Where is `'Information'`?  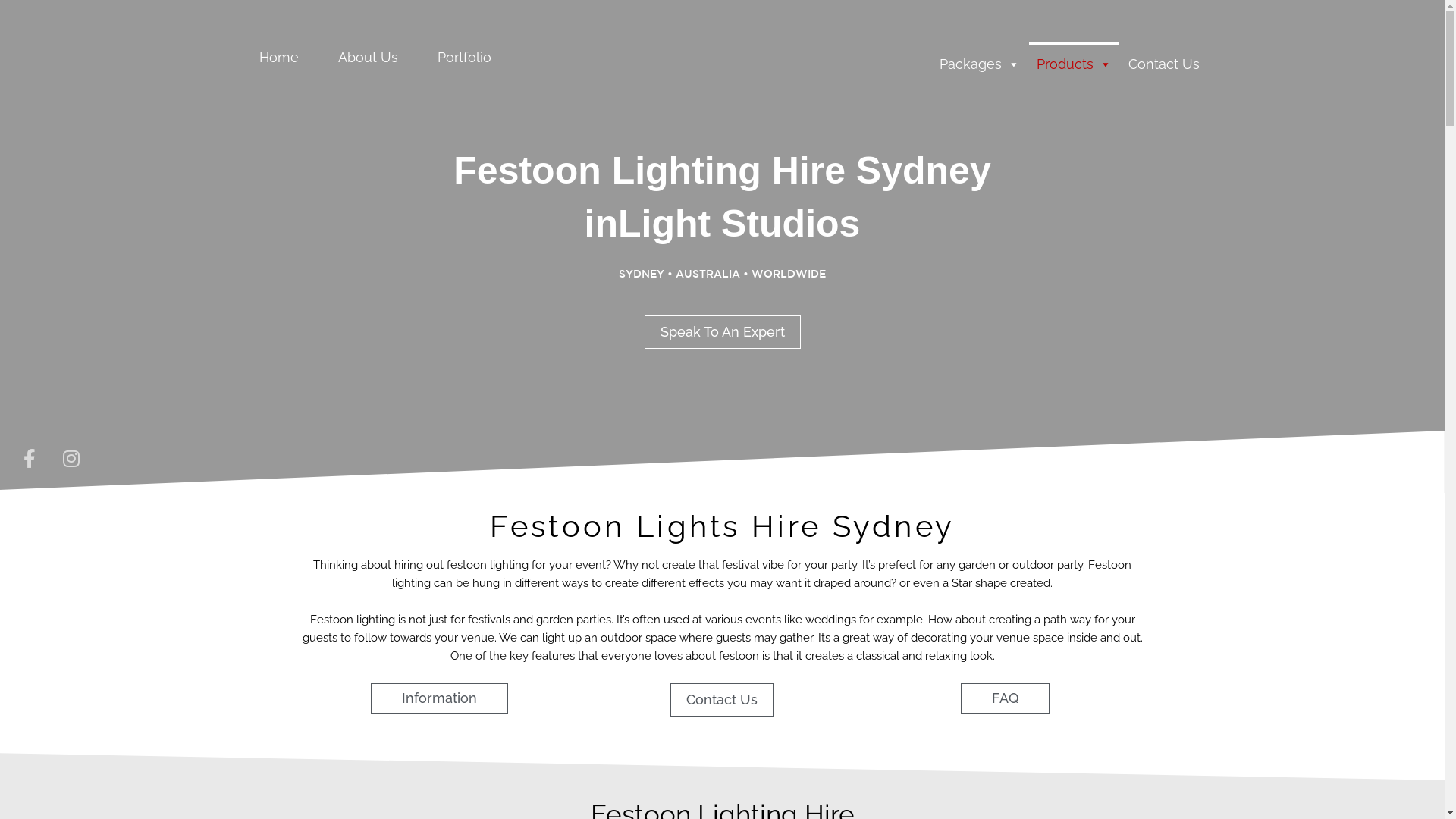
'Information' is located at coordinates (371, 698).